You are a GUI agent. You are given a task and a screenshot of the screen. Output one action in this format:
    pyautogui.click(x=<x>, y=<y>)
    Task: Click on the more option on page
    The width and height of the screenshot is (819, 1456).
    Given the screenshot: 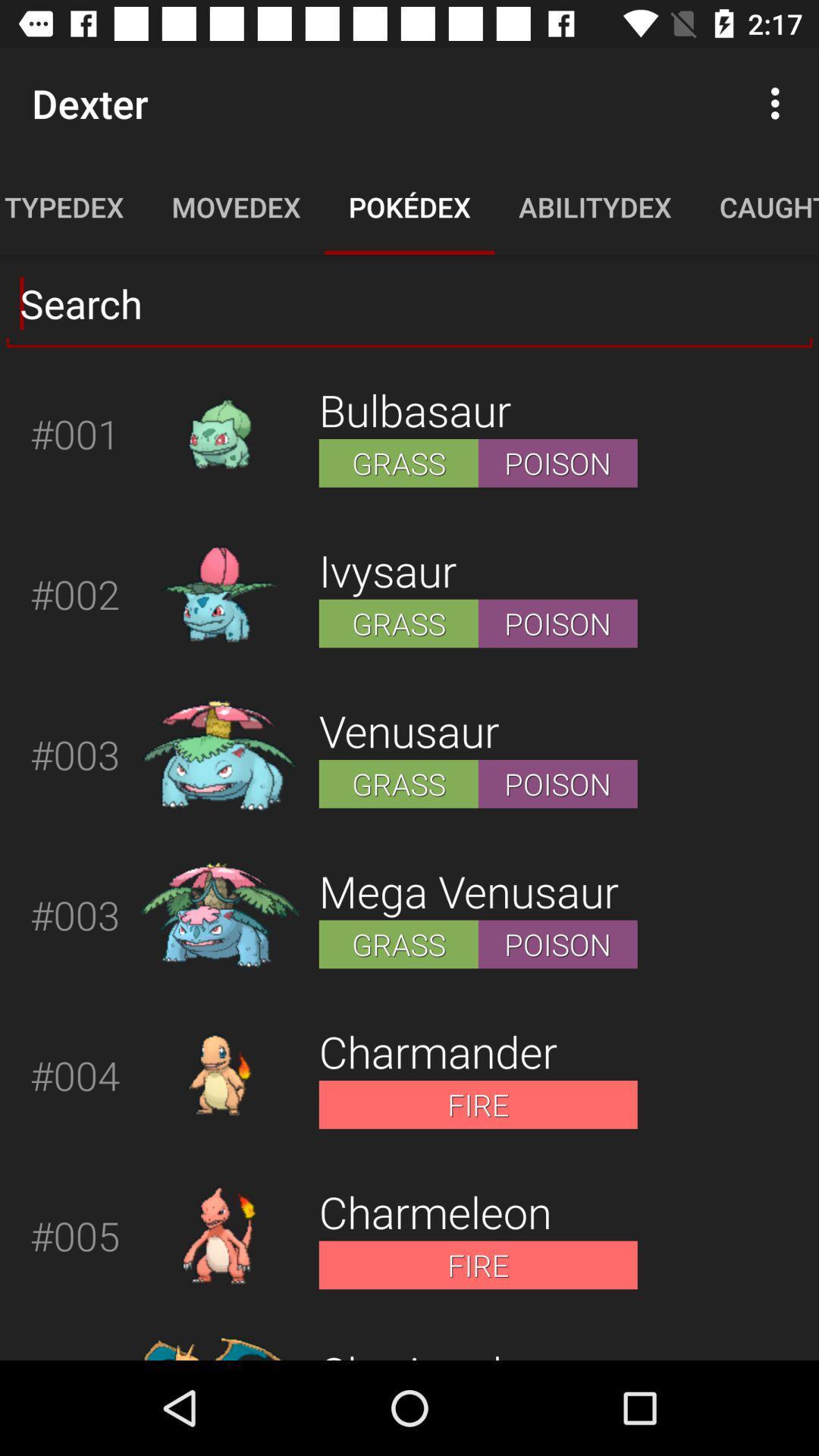 What is the action you would take?
    pyautogui.click(x=779, y=103)
    